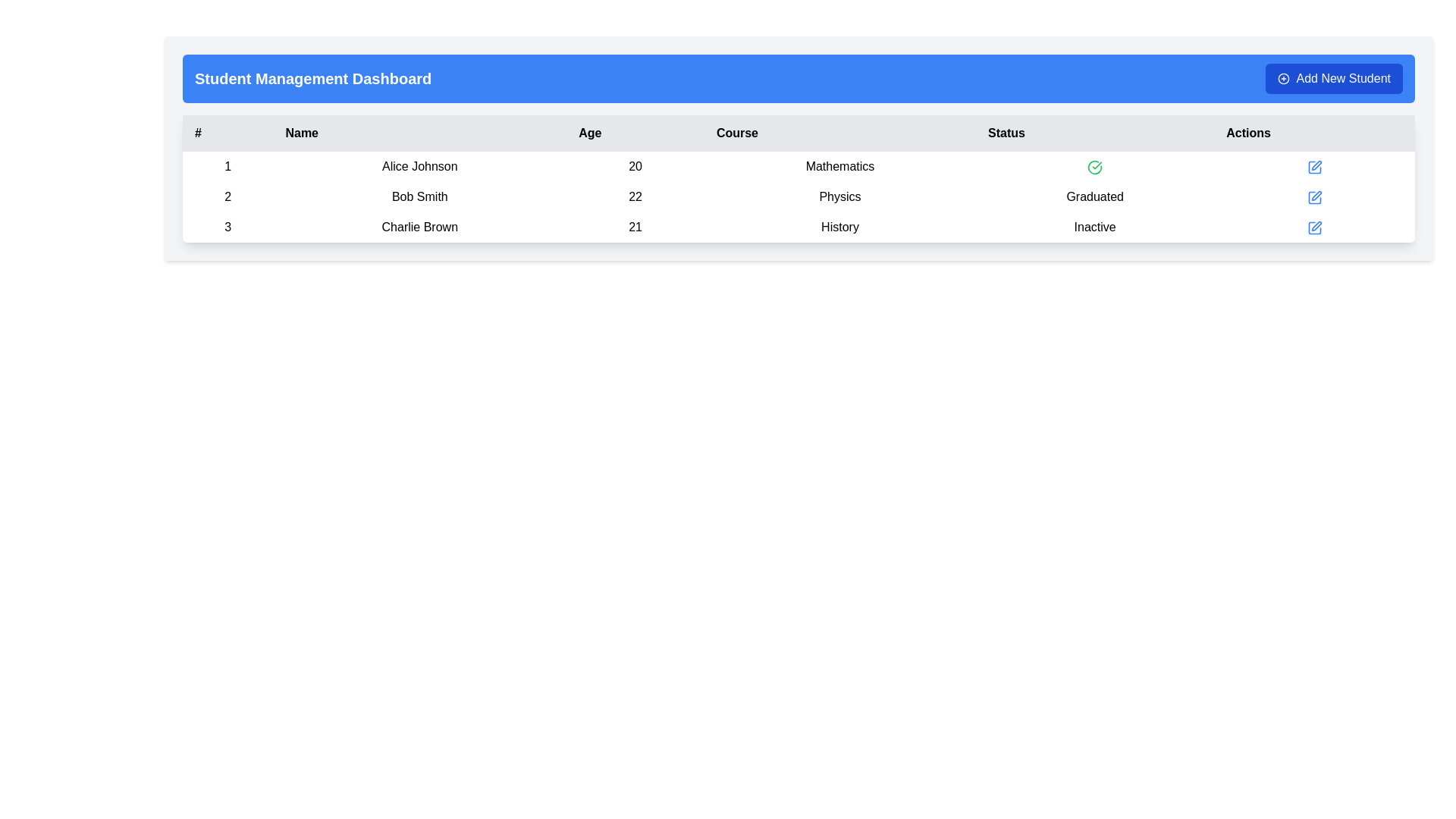  Describe the element at coordinates (1313, 196) in the screenshot. I see `the edit icon button in the rightmost column of the second row in the 'Student Management Dashboard' to initiate an edit action for the details of 'Bob Smith'` at that location.